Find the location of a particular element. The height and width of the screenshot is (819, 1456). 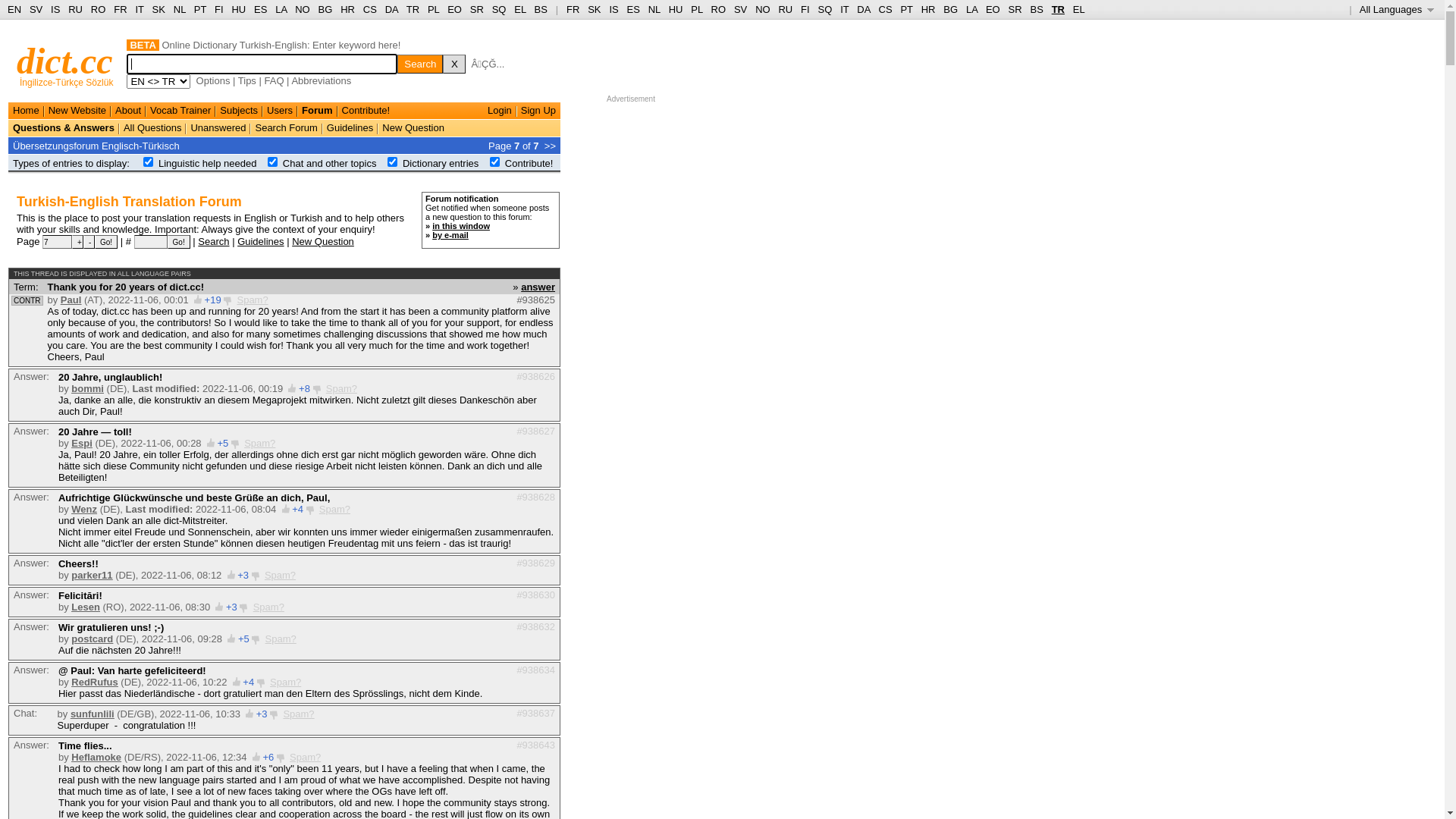

'FI' is located at coordinates (804, 9).